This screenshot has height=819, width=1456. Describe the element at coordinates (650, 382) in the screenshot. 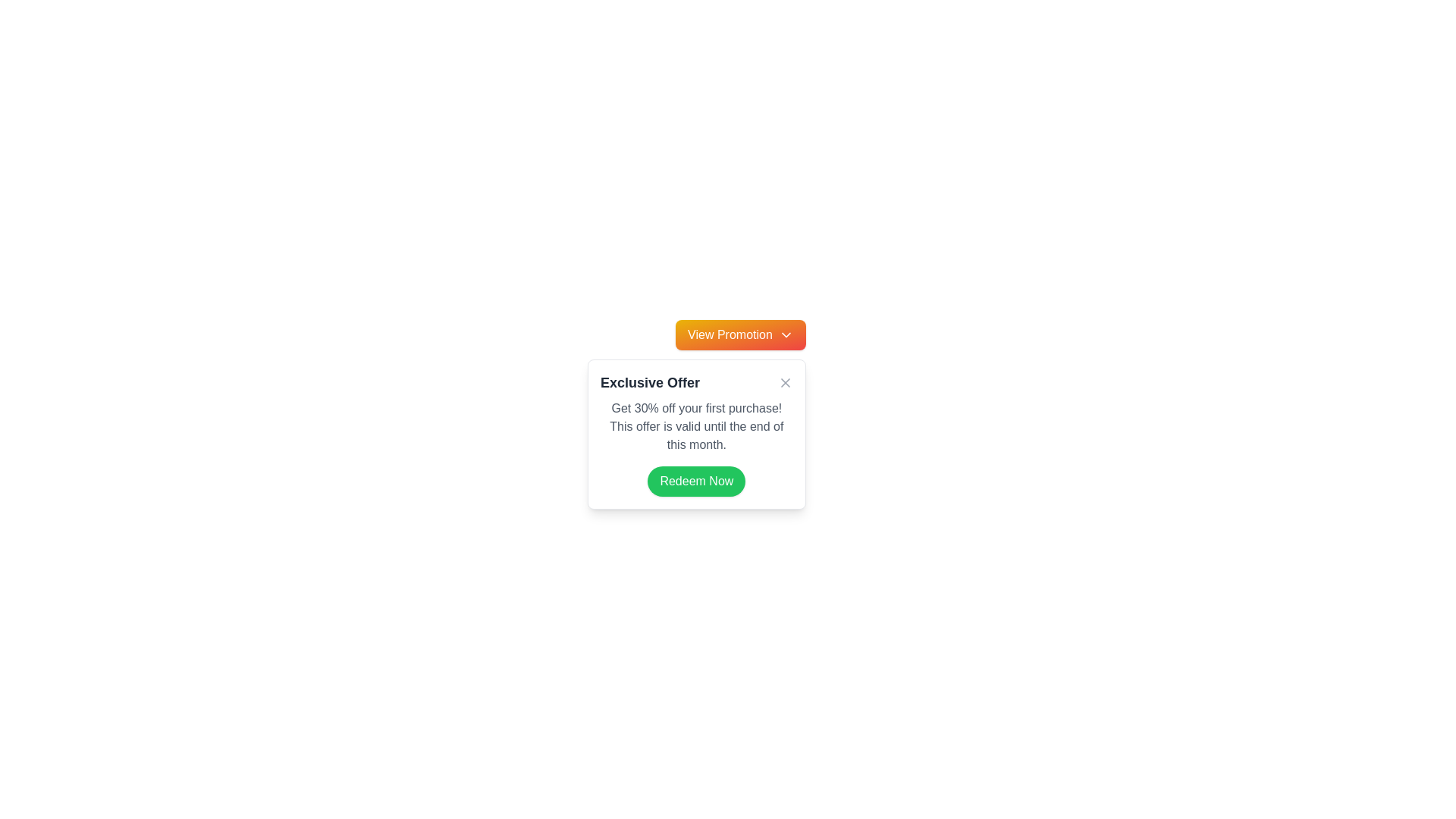

I see `text content of the bold, large-sized text label displaying 'Exclusive Offer' located in the top-left corner of the pop-up interface` at that location.